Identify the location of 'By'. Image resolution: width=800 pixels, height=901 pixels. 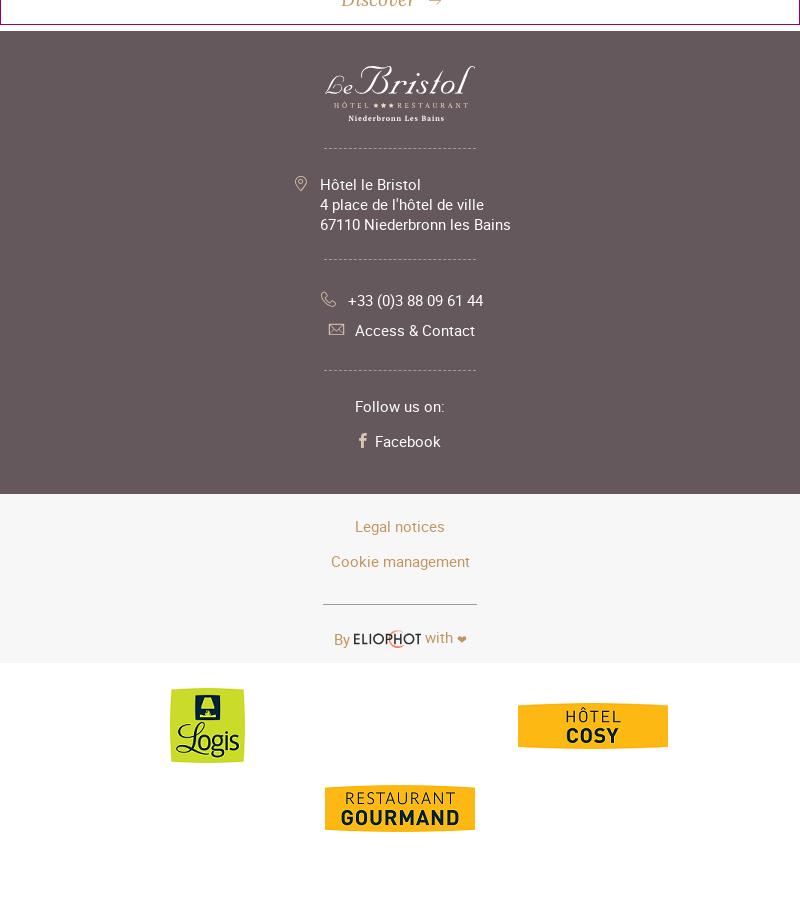
(341, 637).